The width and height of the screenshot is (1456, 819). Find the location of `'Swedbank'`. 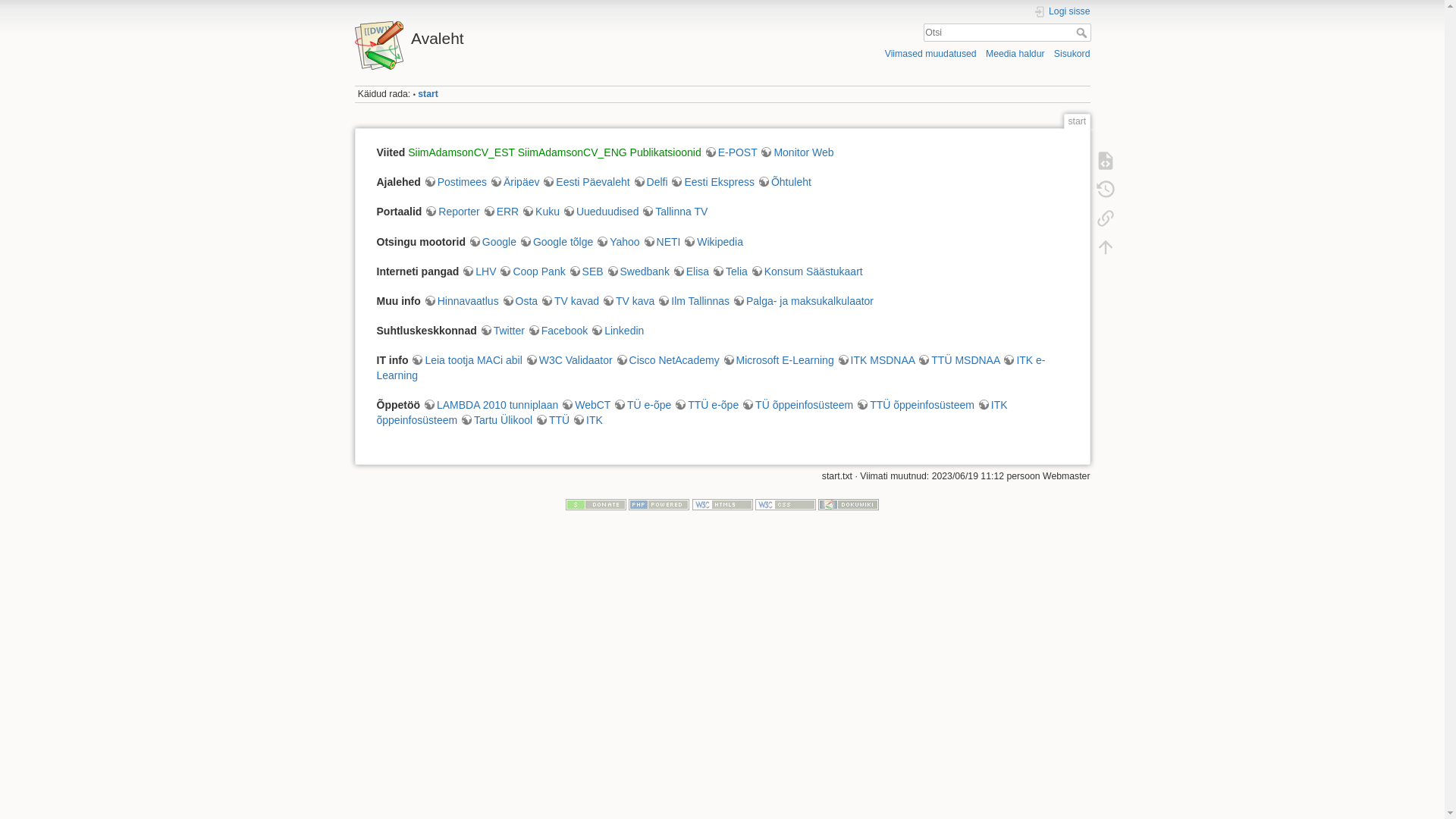

'Swedbank' is located at coordinates (638, 271).